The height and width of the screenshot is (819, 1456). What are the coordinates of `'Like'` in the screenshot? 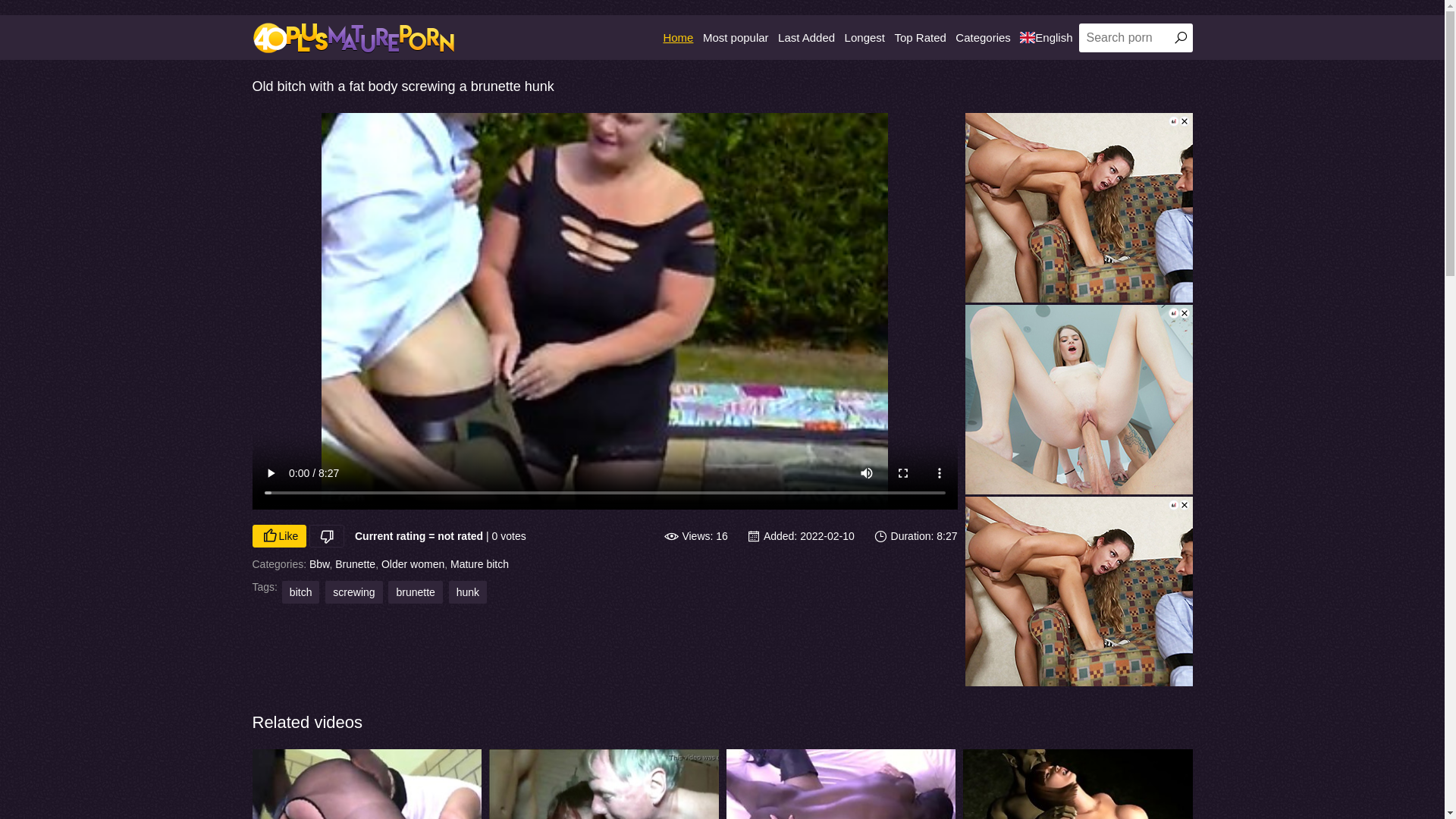 It's located at (279, 535).